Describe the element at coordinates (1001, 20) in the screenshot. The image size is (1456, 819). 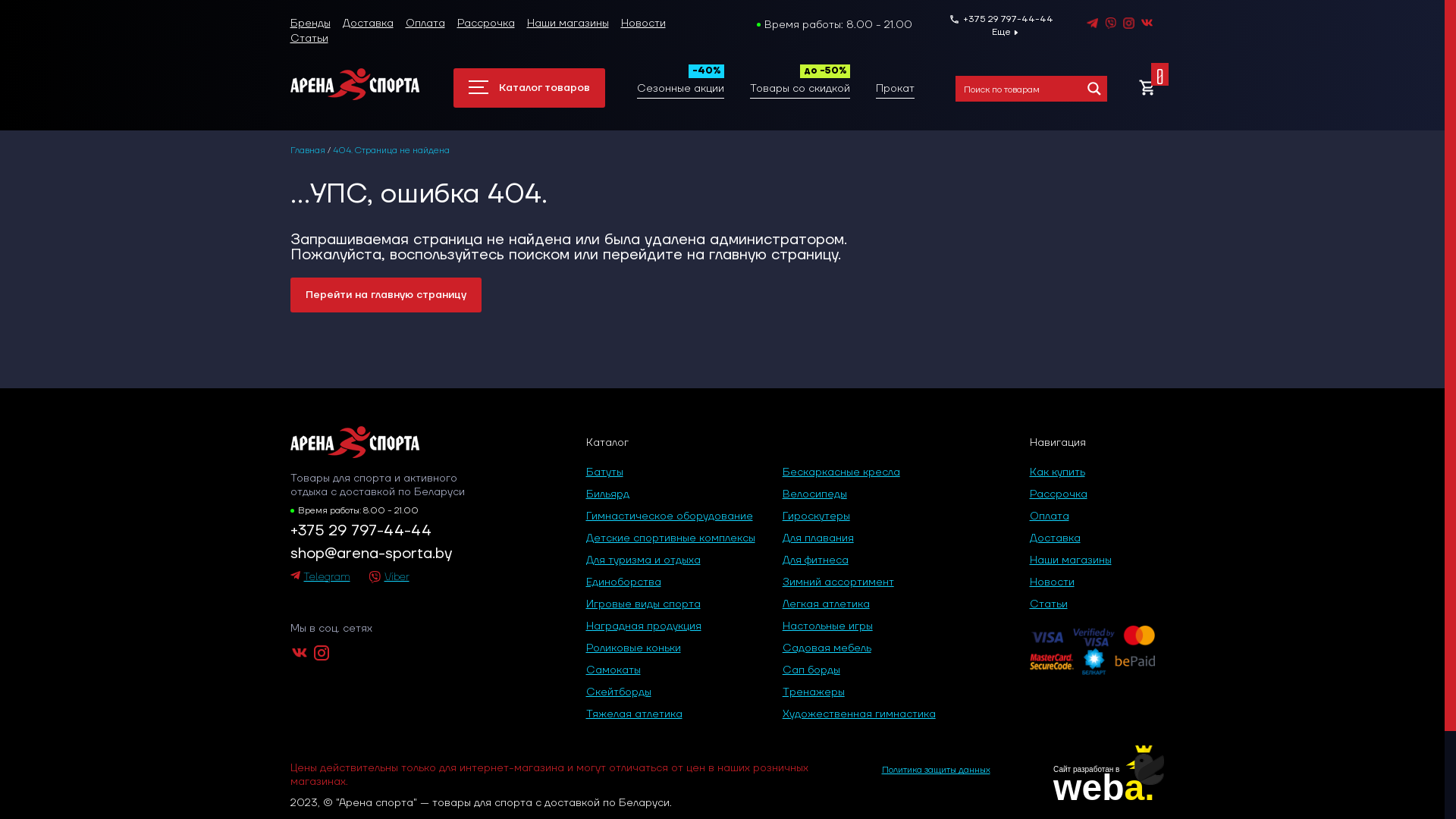
I see `'+375 29 797-44-44'` at that location.